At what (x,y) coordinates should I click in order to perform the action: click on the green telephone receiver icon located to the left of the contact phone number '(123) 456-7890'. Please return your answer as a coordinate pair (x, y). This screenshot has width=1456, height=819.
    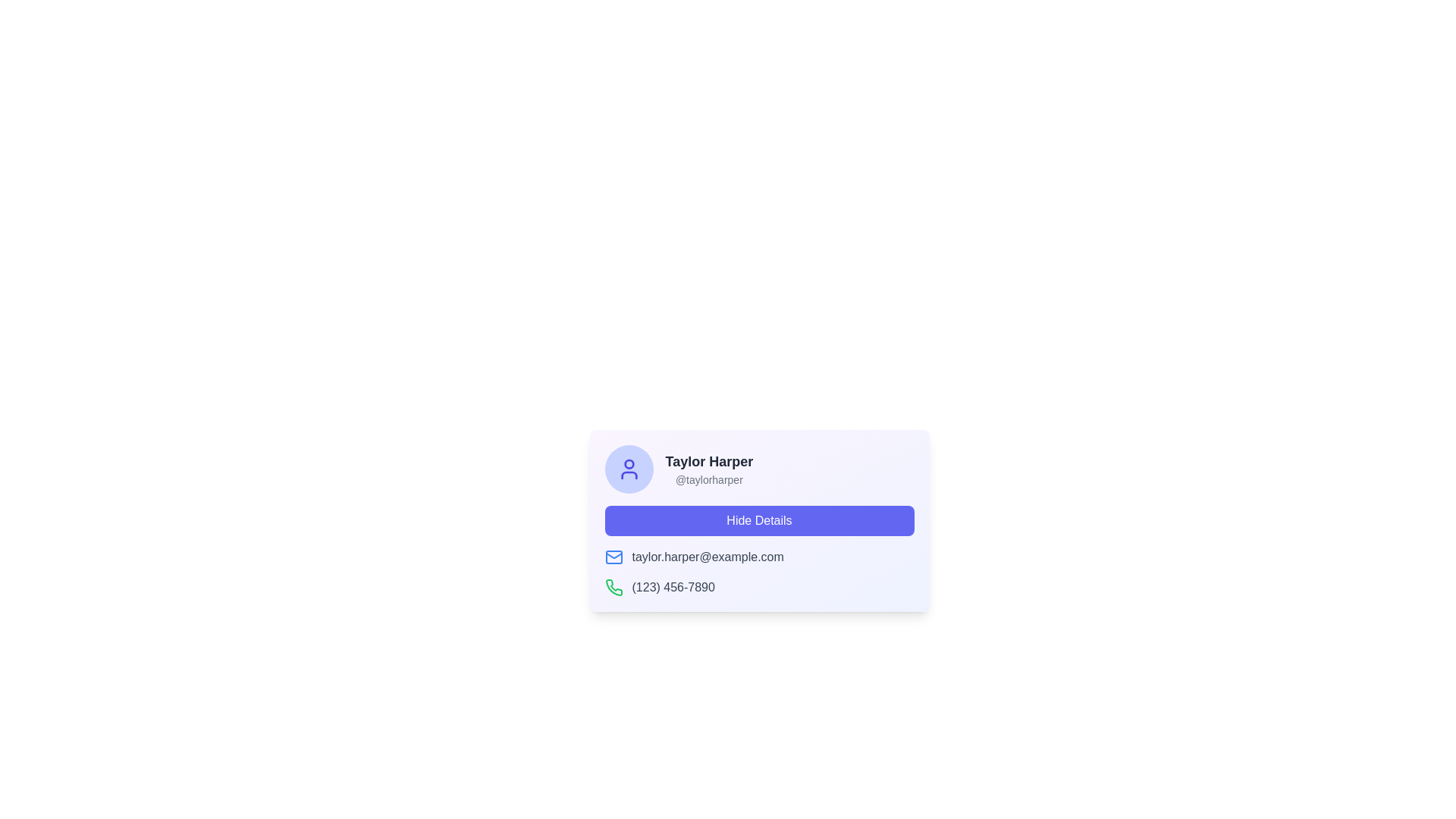
    Looking at the image, I should click on (613, 587).